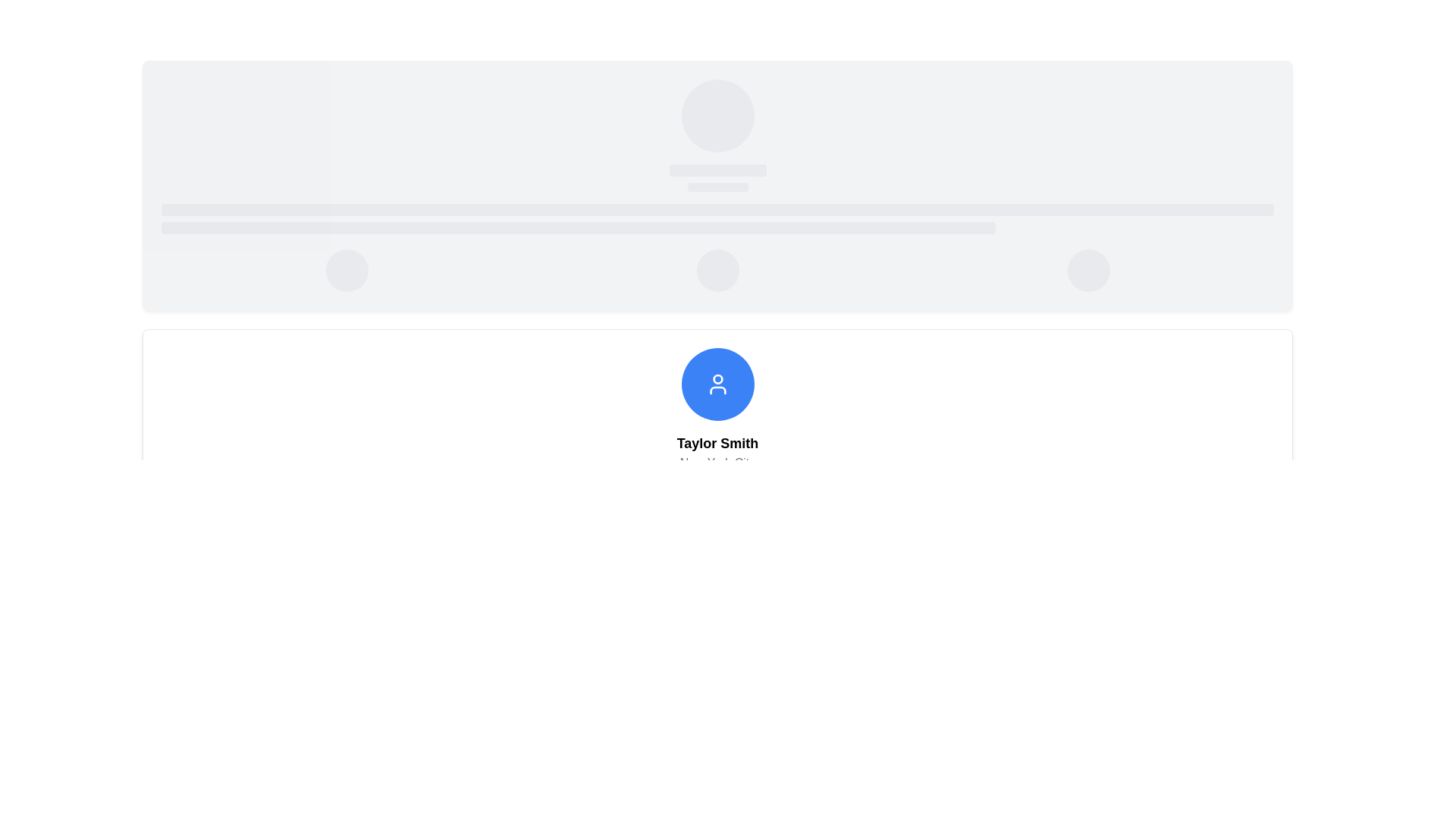 The image size is (1456, 819). I want to click on the first horizontal gray progress bar with rounded edges, located at the top of its group, so click(717, 210).